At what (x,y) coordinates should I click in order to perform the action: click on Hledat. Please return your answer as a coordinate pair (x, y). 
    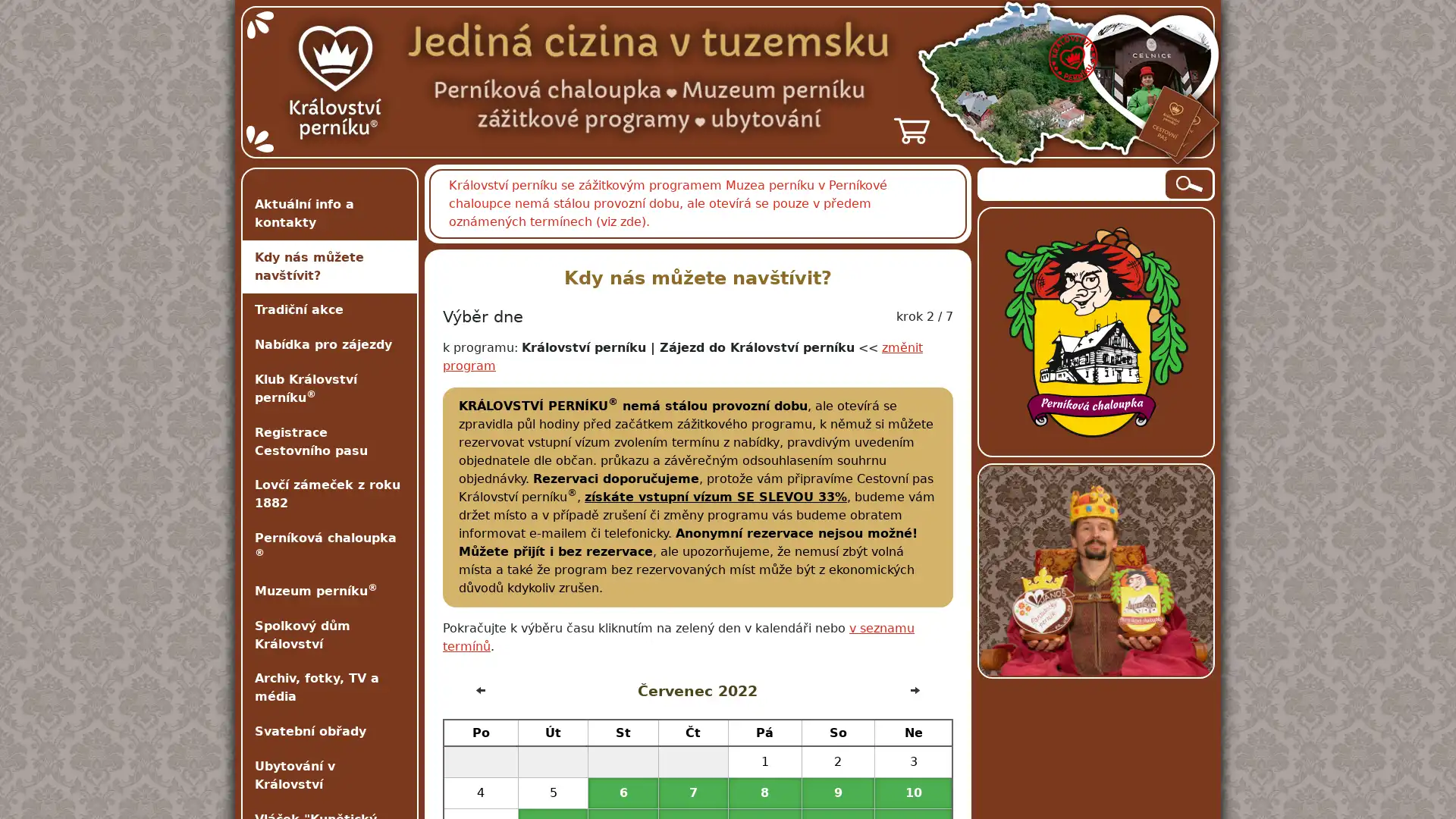
    Looking at the image, I should click on (1188, 184).